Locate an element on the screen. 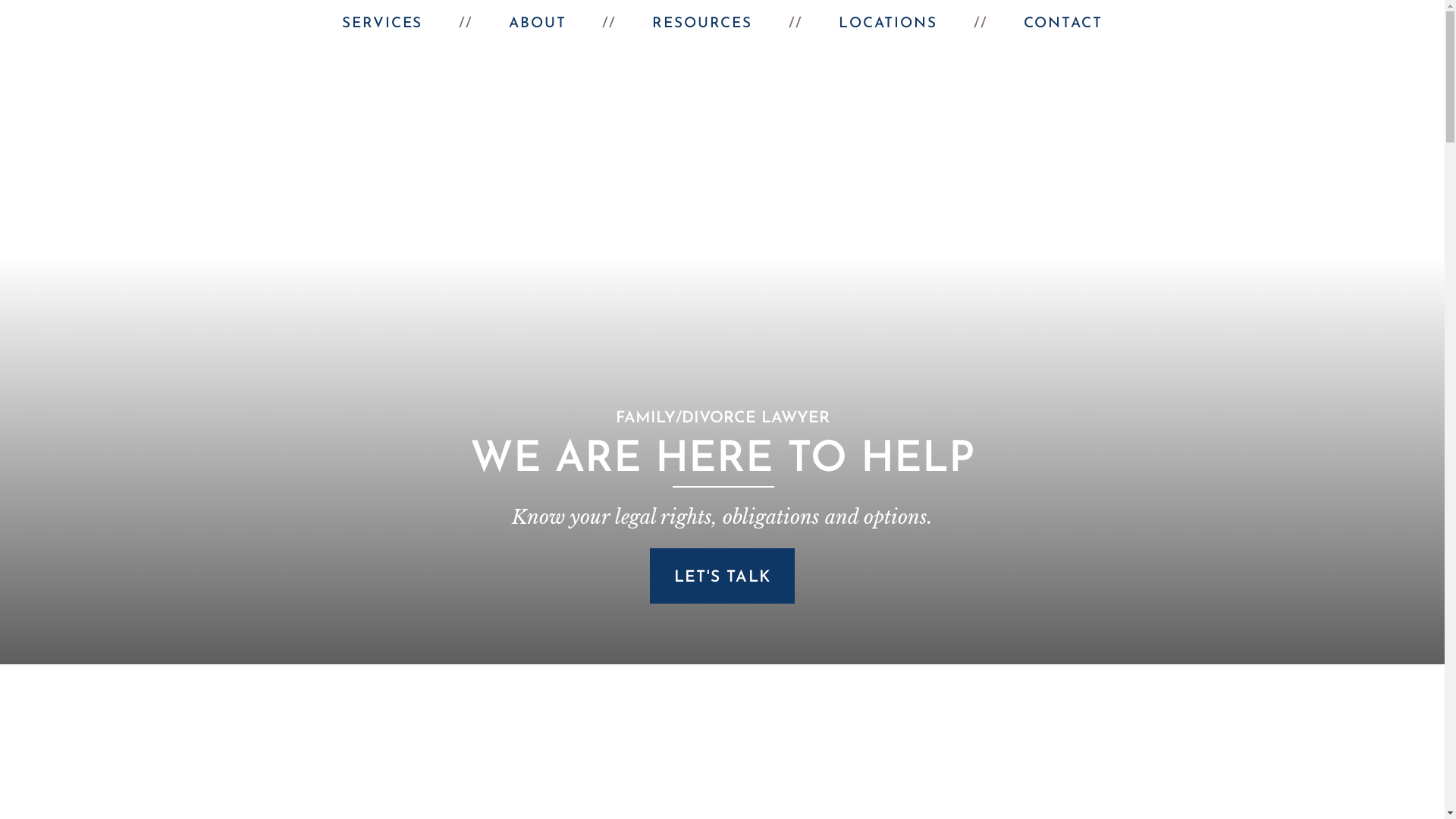 This screenshot has width=1456, height=819. 'ABOUT' is located at coordinates (537, 24).